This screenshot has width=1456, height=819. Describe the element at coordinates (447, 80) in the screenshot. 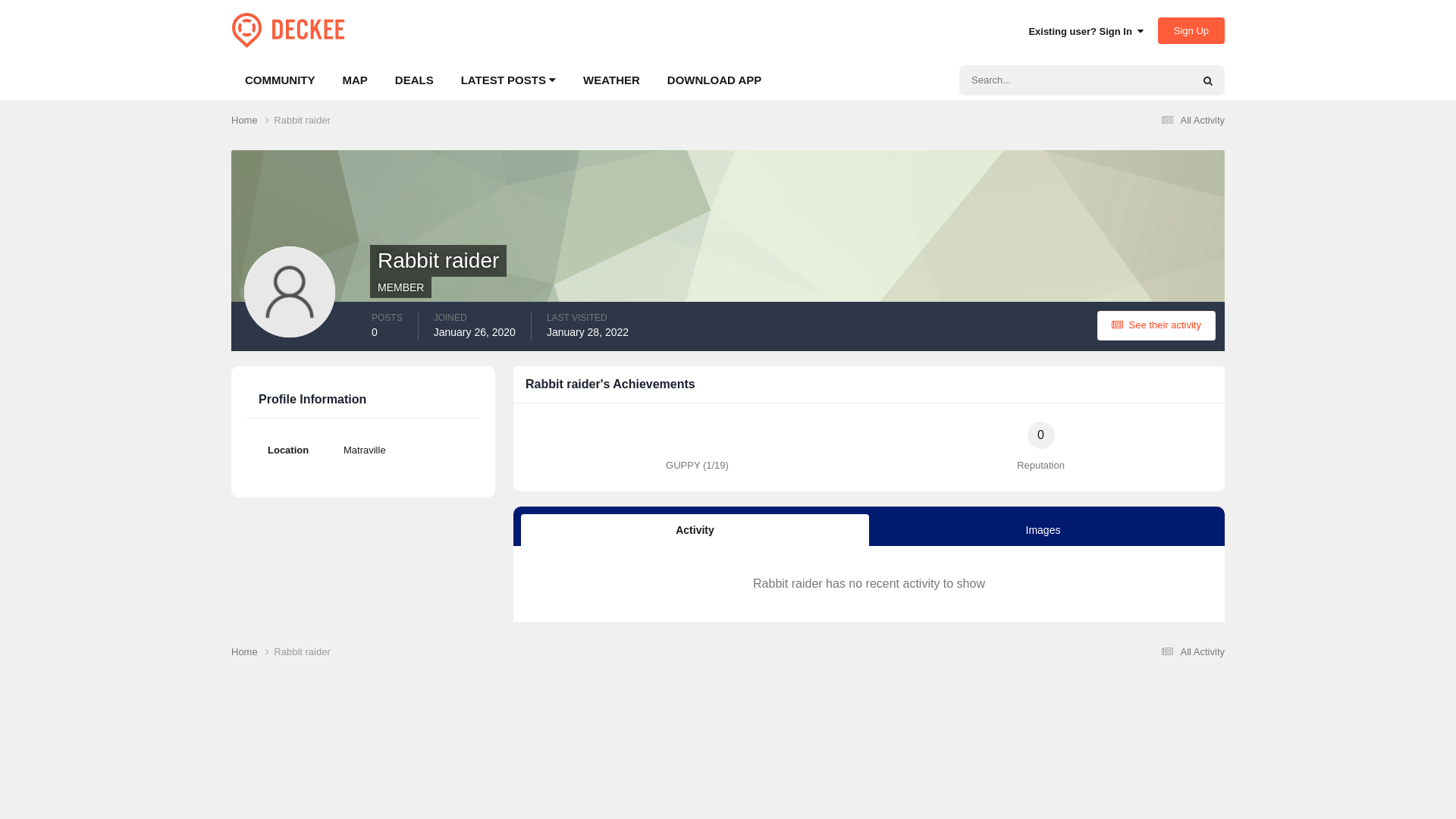

I see `'LATEST POSTS'` at that location.